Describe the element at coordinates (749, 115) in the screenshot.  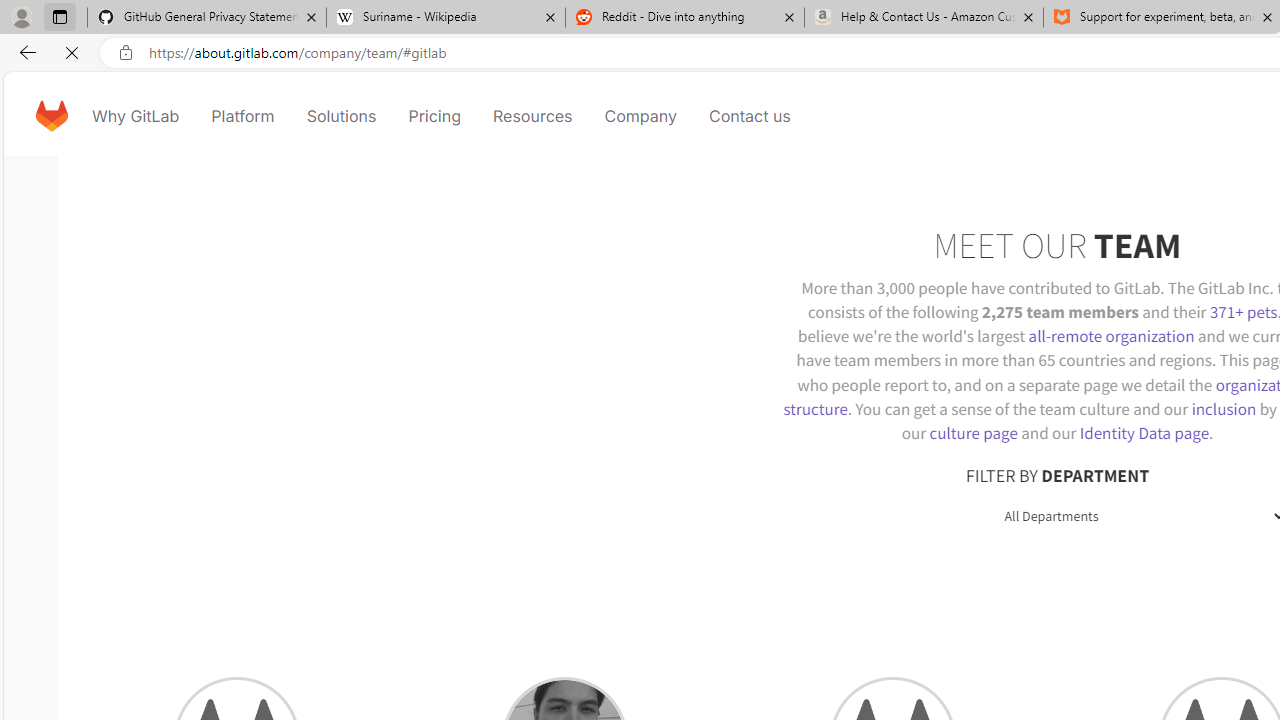
I see `'Contact us'` at that location.